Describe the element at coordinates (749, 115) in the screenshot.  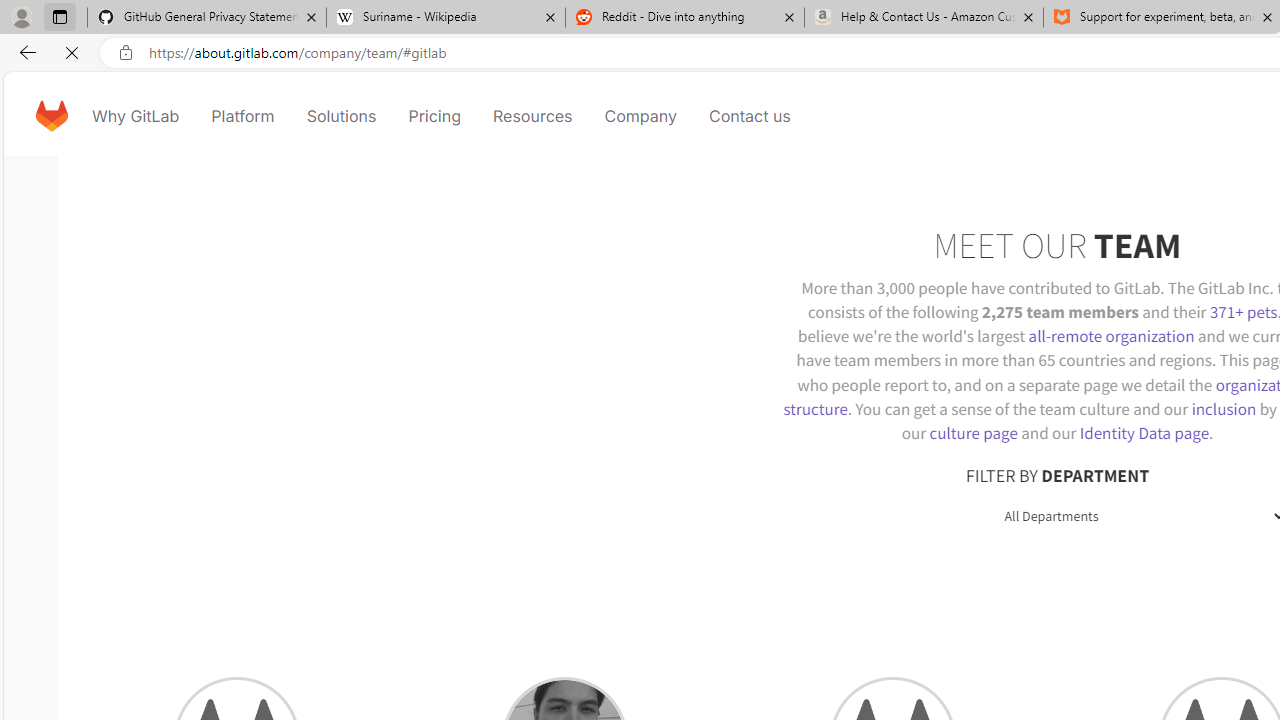
I see `'Contact us'` at that location.